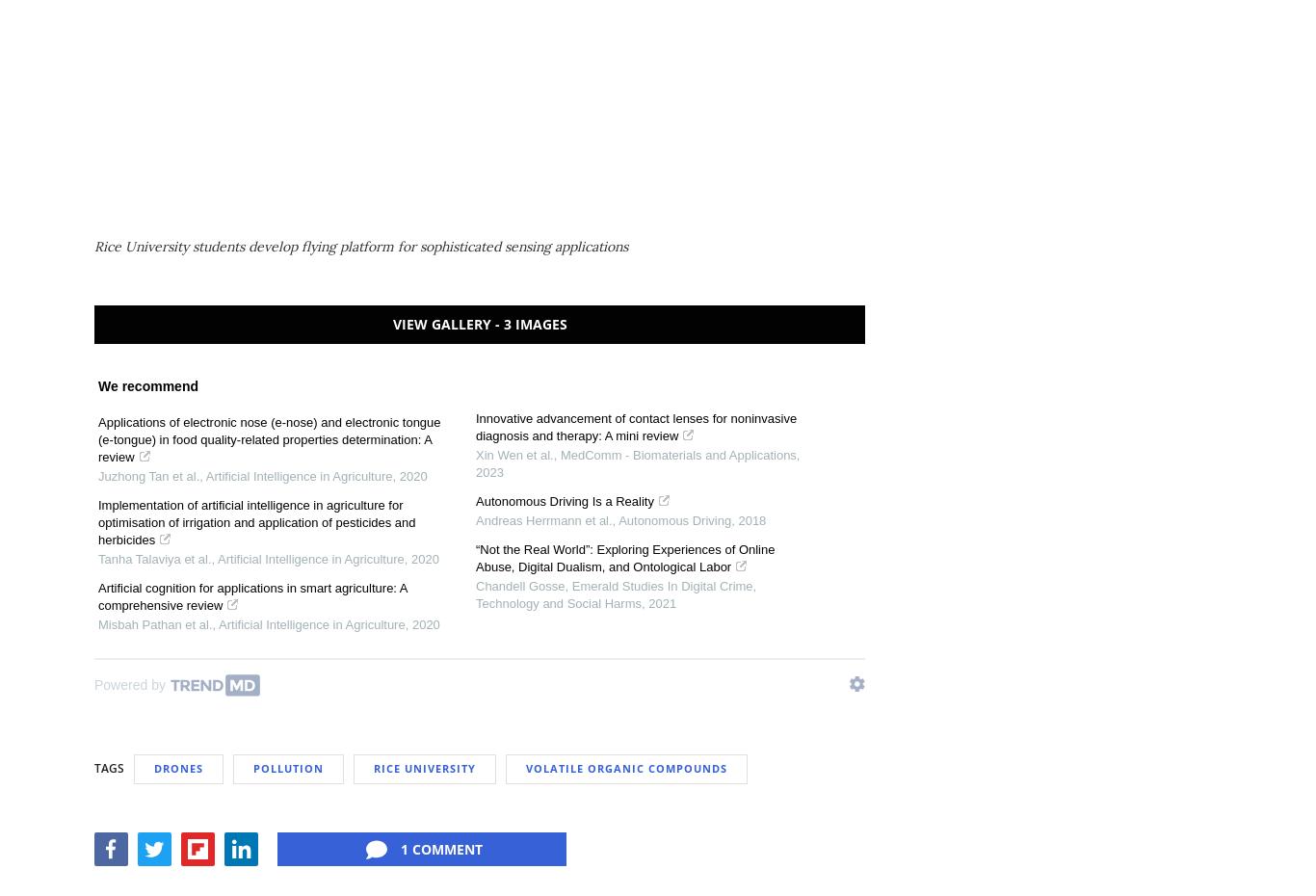 The width and height of the screenshot is (1316, 896). What do you see at coordinates (678, 453) in the screenshot?
I see `'MedComm - Biomaterials and Applications,'` at bounding box center [678, 453].